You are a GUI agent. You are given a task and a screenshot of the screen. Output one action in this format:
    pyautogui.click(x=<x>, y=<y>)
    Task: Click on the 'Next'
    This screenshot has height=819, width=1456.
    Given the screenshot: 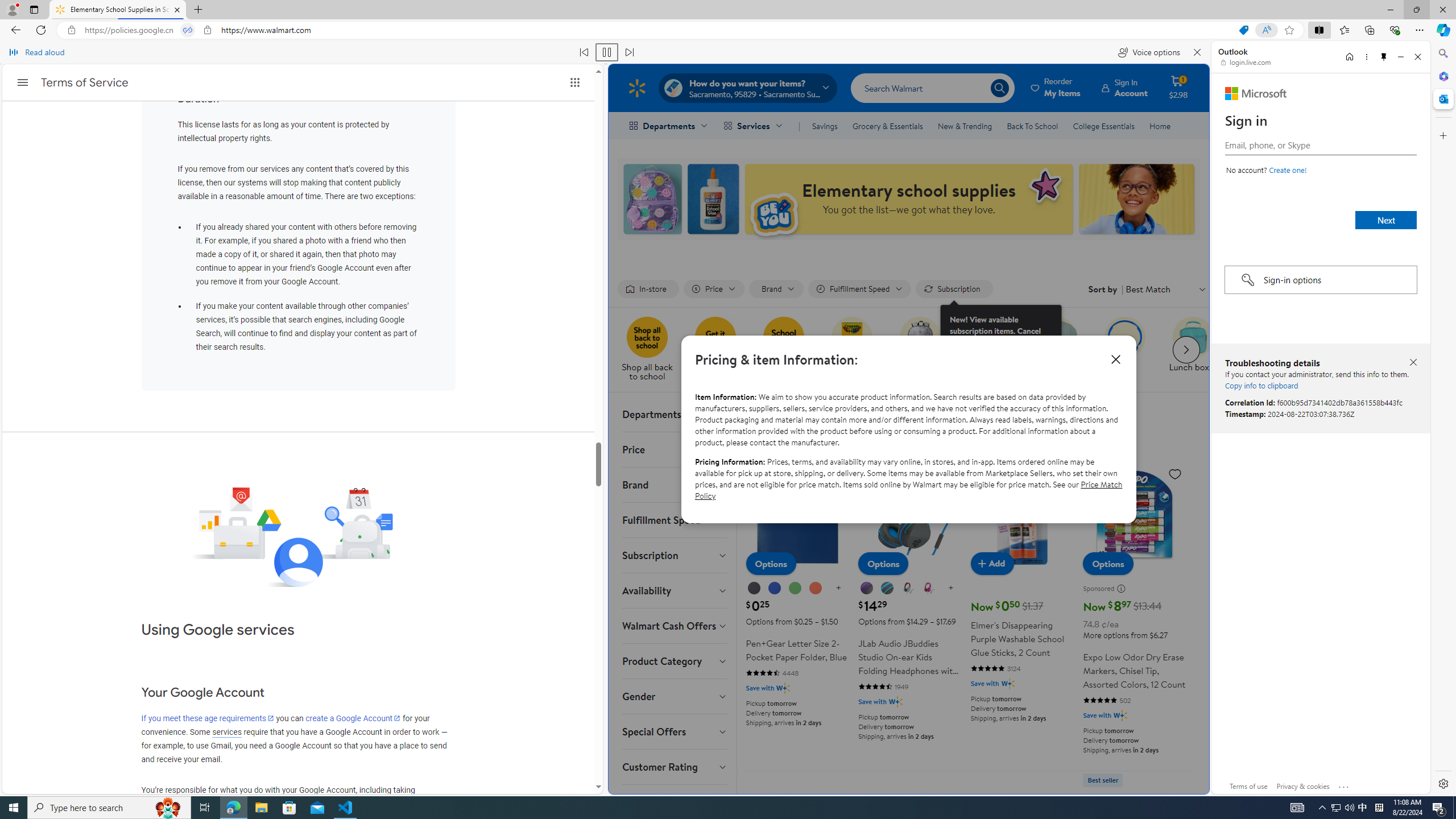 What is the action you would take?
    pyautogui.click(x=1386, y=220)
    